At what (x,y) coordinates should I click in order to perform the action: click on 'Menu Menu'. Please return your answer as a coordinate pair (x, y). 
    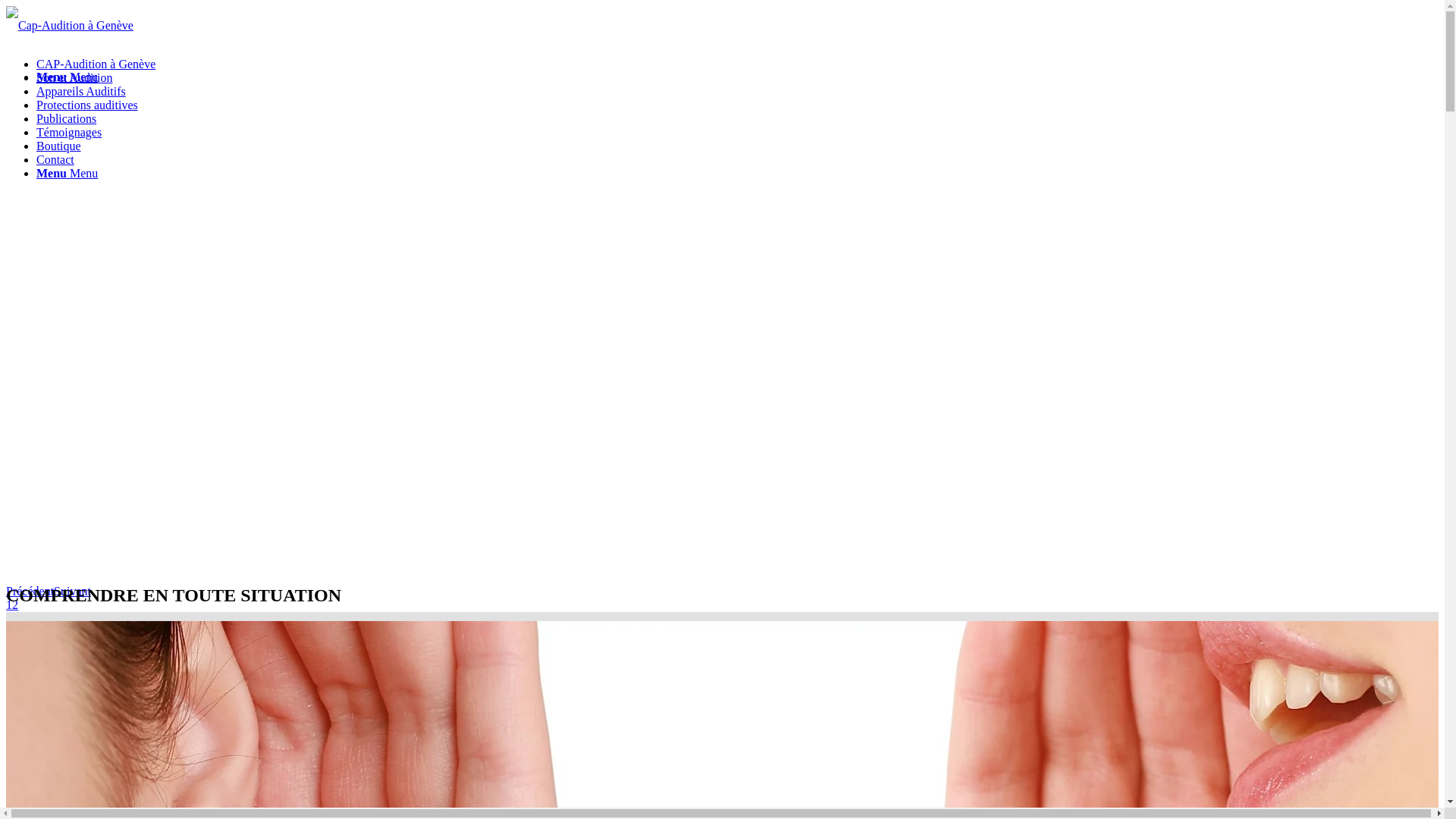
    Looking at the image, I should click on (66, 77).